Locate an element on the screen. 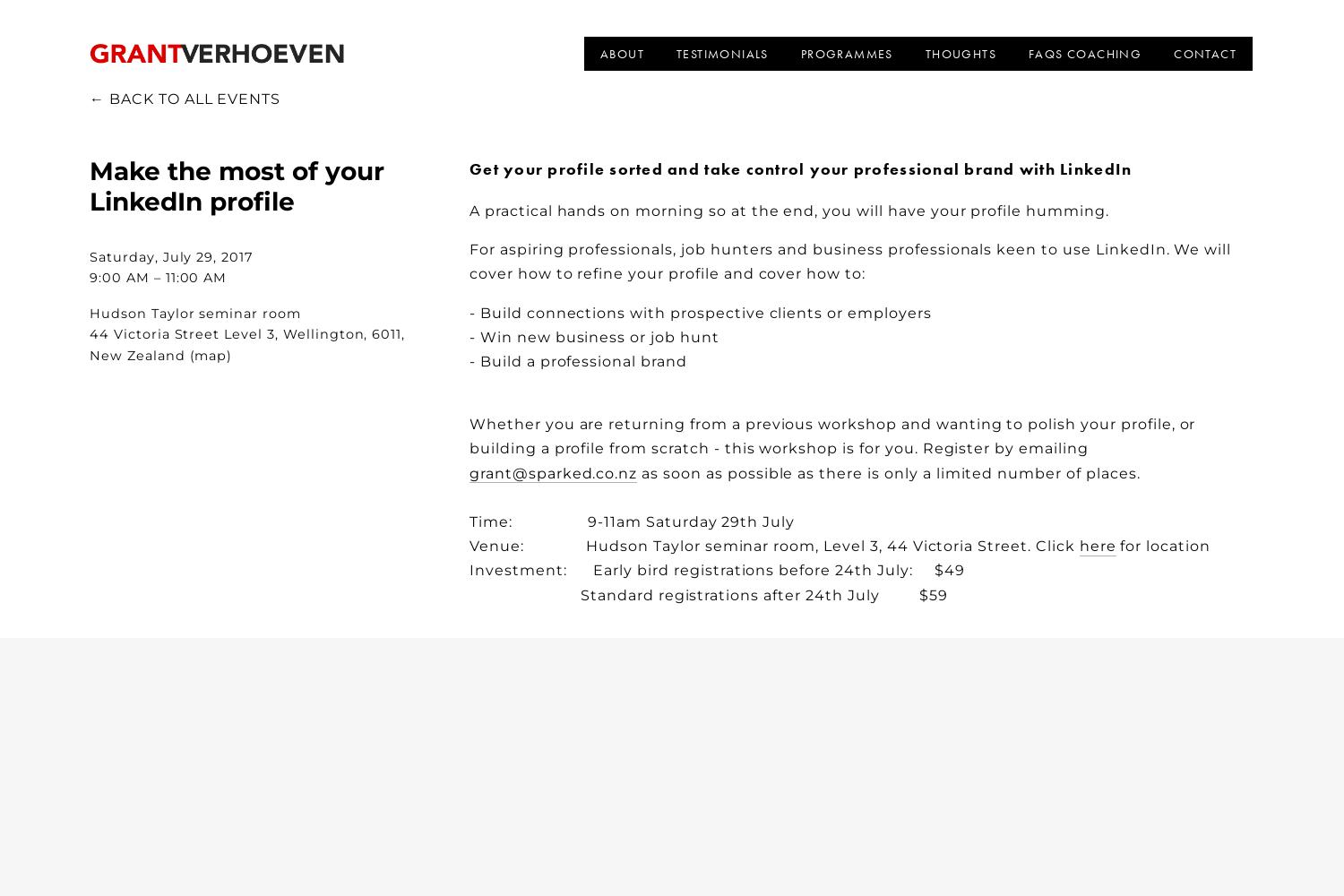 This screenshot has height=896, width=1344. 'New Zealand' is located at coordinates (89, 355).